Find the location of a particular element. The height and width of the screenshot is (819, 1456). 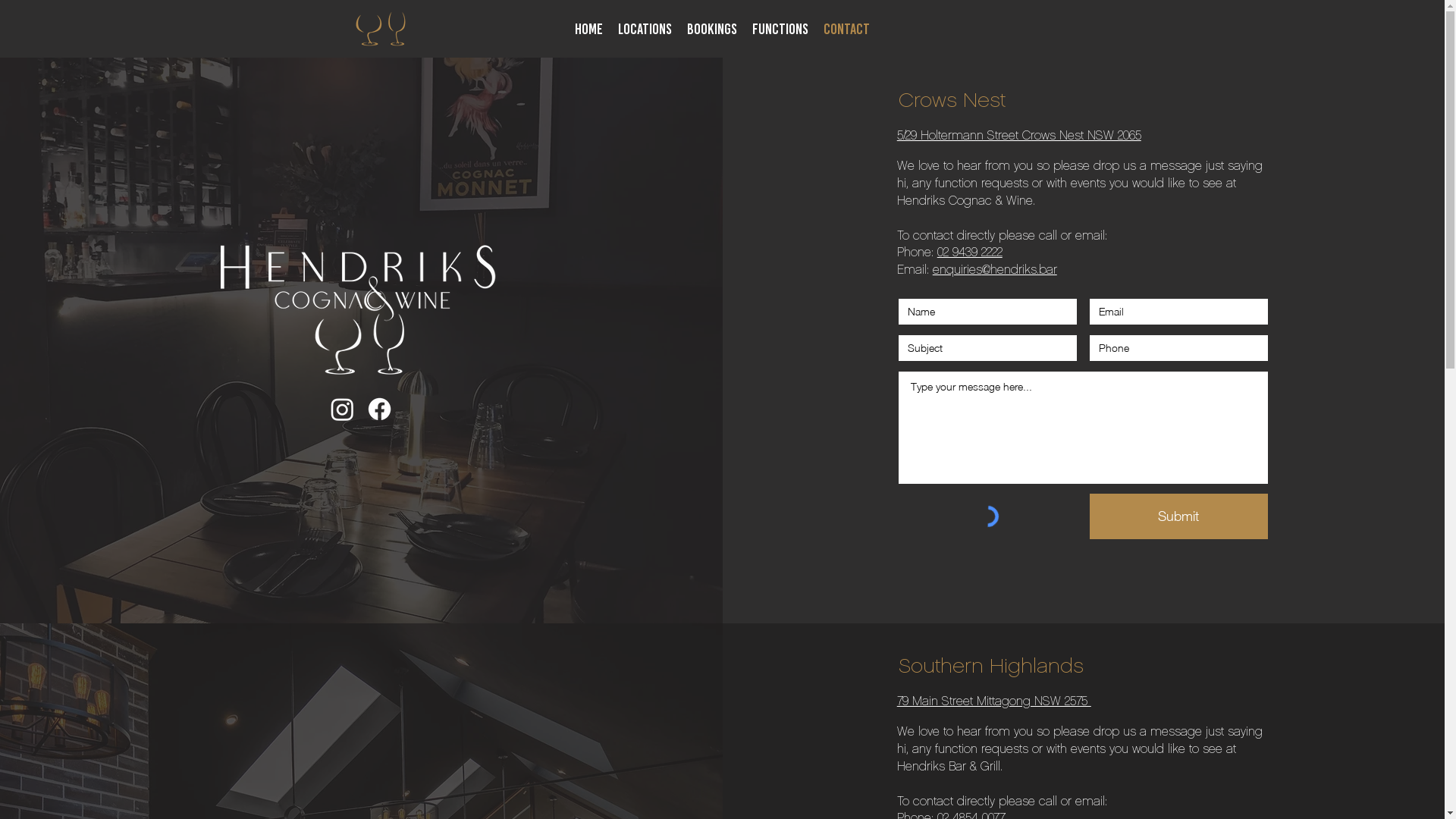

'CONTACT' is located at coordinates (846, 29).